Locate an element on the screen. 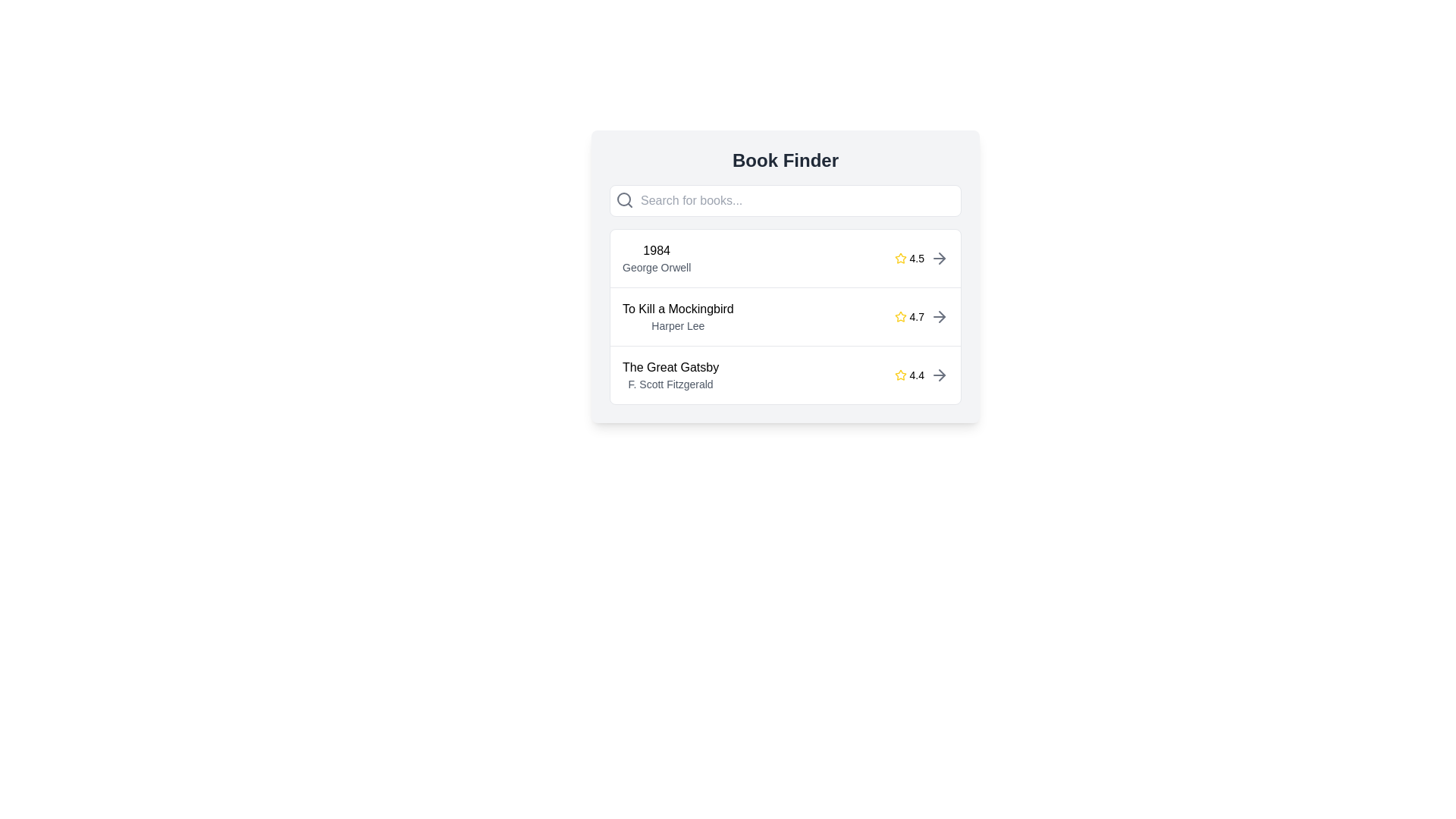  the text label displaying 'Harper Lee', which is styled in a smaller gray font and positioned beneath 'To Kill a Mockingbird' is located at coordinates (677, 325).